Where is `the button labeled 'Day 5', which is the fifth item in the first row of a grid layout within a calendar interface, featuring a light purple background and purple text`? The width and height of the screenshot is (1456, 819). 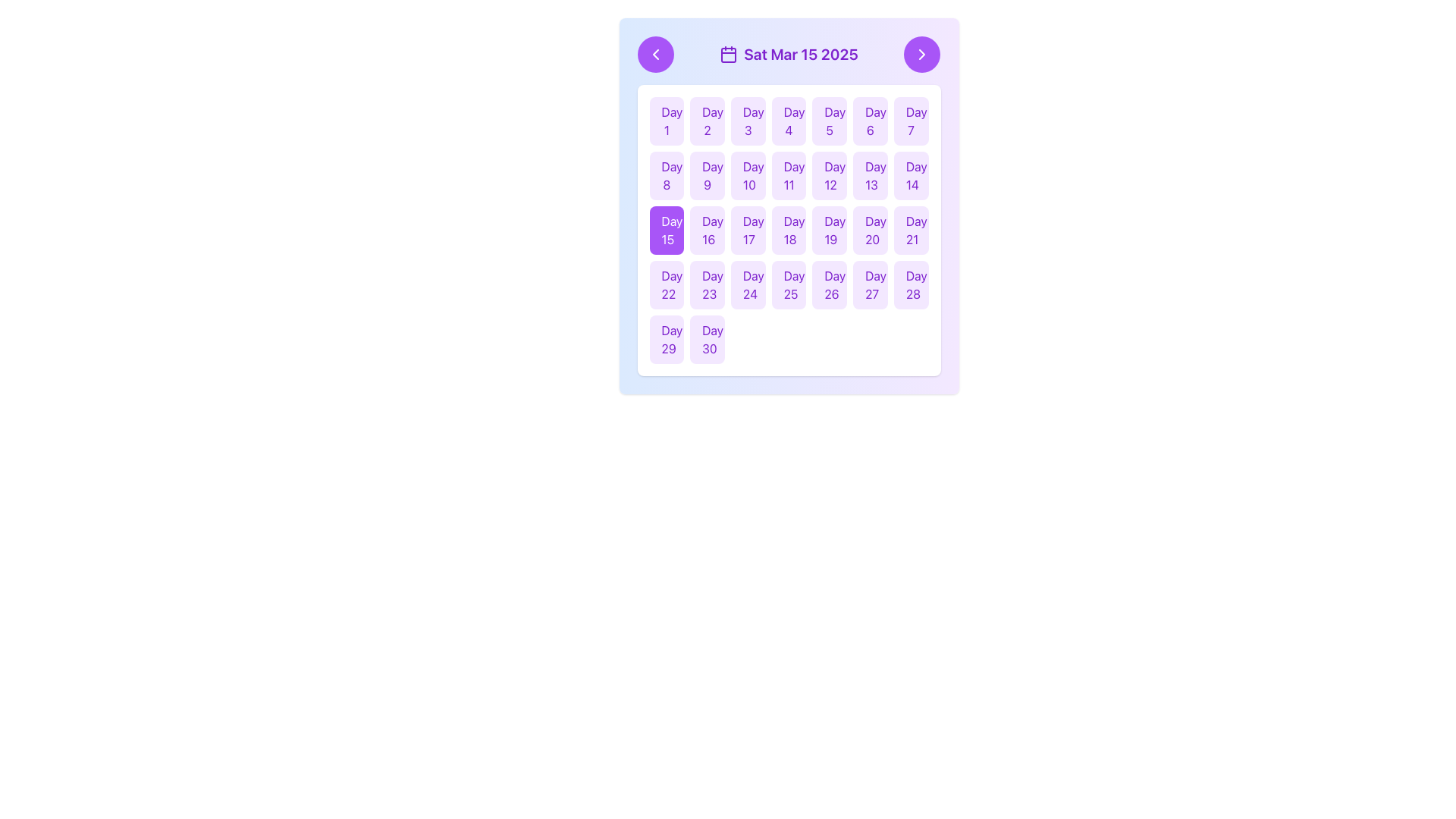 the button labeled 'Day 5', which is the fifth item in the first row of a grid layout within a calendar interface, featuring a light purple background and purple text is located at coordinates (829, 120).